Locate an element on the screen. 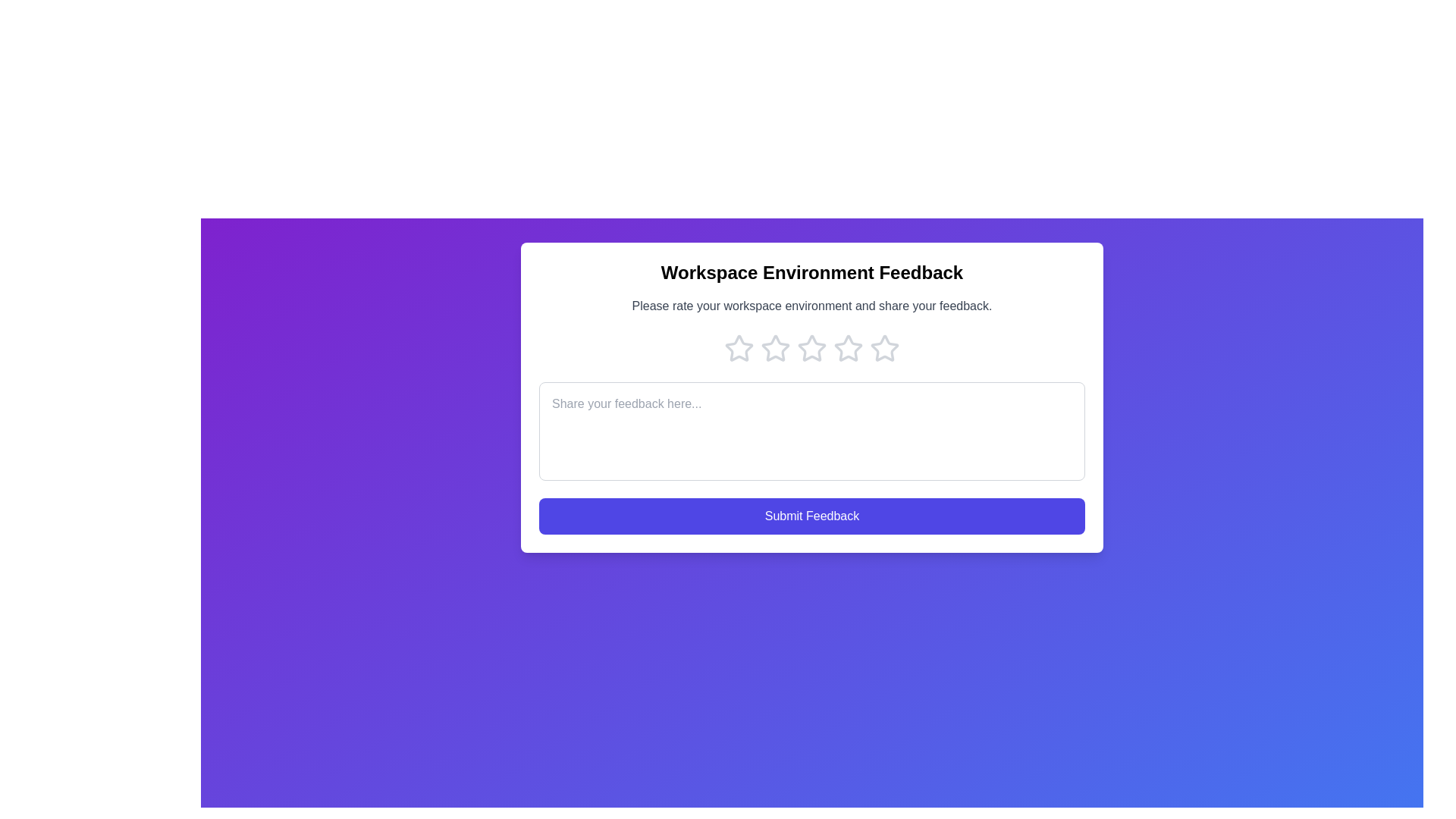 The width and height of the screenshot is (1456, 819). the star corresponding to the rating 3 is located at coordinates (811, 348).